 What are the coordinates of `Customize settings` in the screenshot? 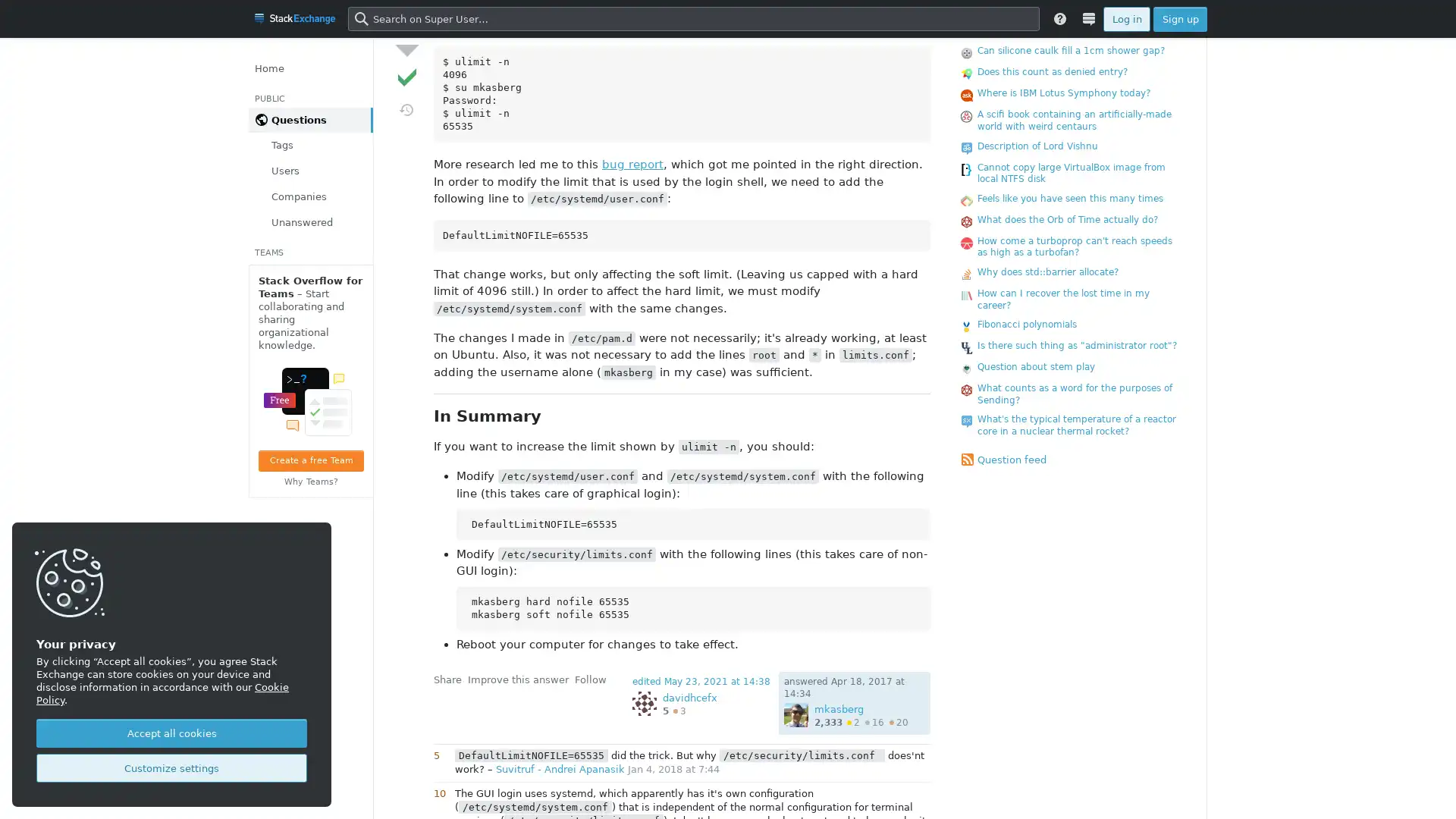 It's located at (171, 768).